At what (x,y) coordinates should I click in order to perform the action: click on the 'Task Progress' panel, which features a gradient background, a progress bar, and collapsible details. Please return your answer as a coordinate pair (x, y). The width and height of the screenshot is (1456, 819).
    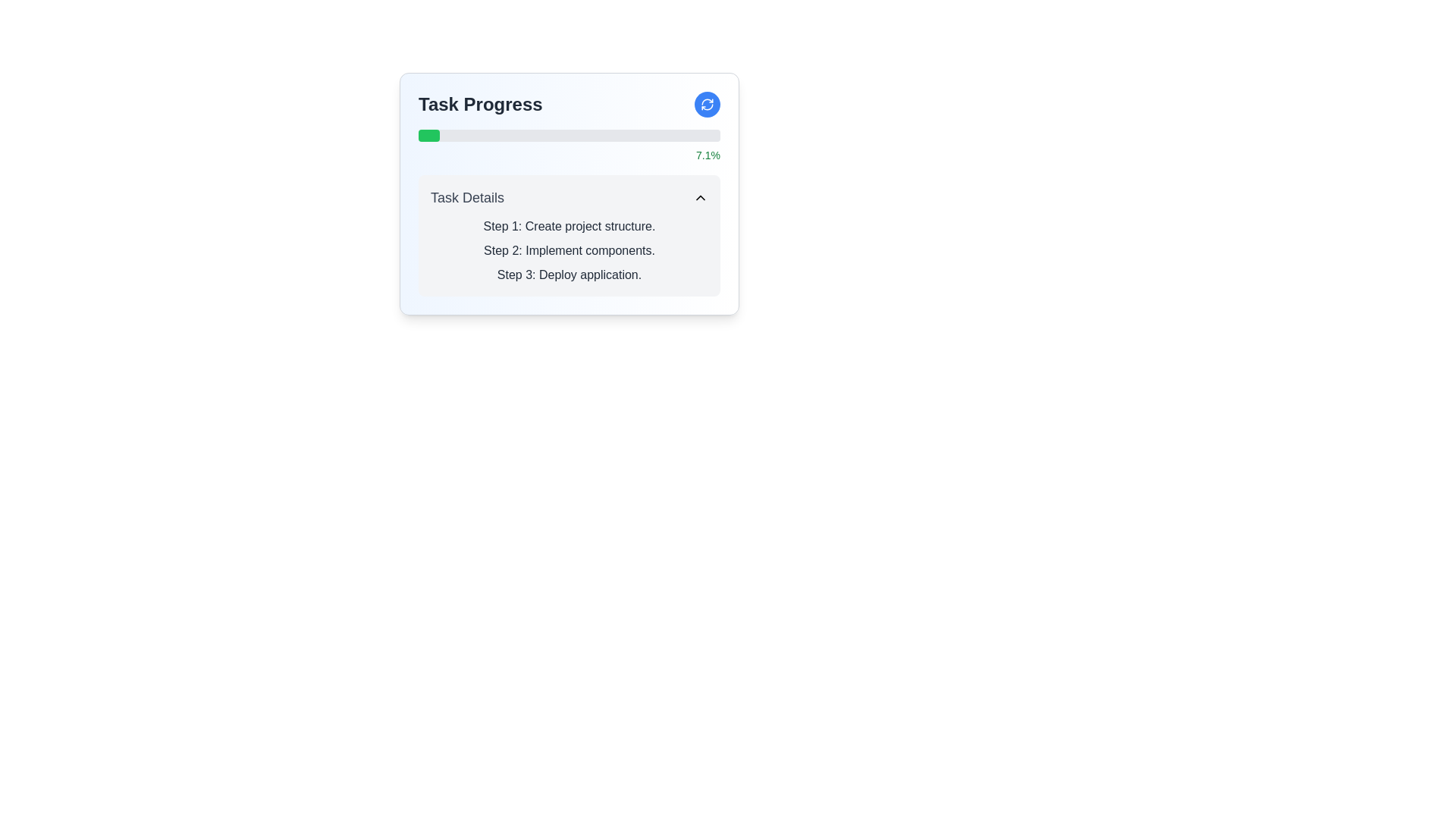
    Looking at the image, I should click on (568, 193).